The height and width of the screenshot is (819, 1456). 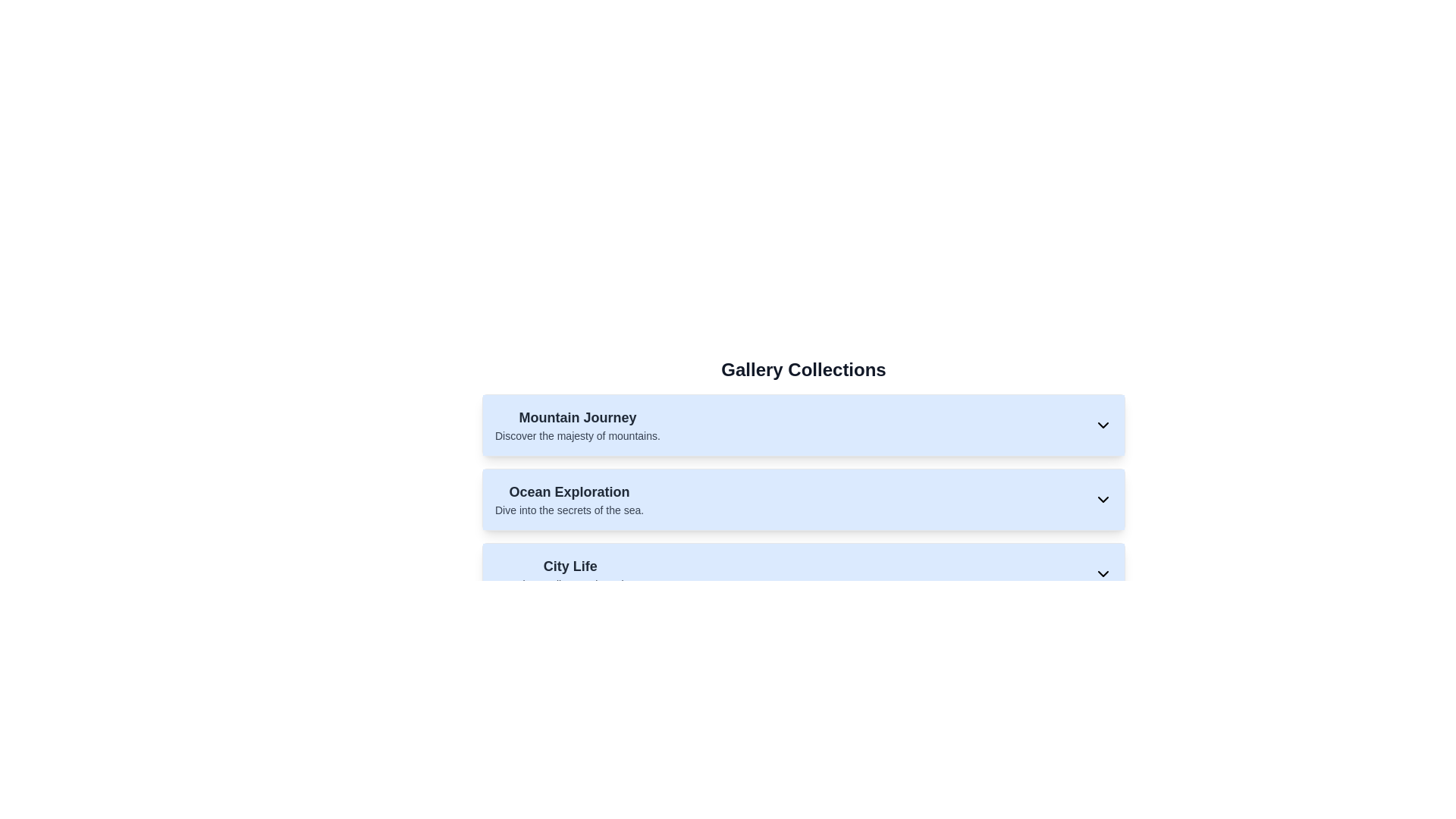 I want to click on the downward-facing chevron icon with a black fill located on the right side of the 'Ocean Exploration' item, so click(x=1103, y=500).